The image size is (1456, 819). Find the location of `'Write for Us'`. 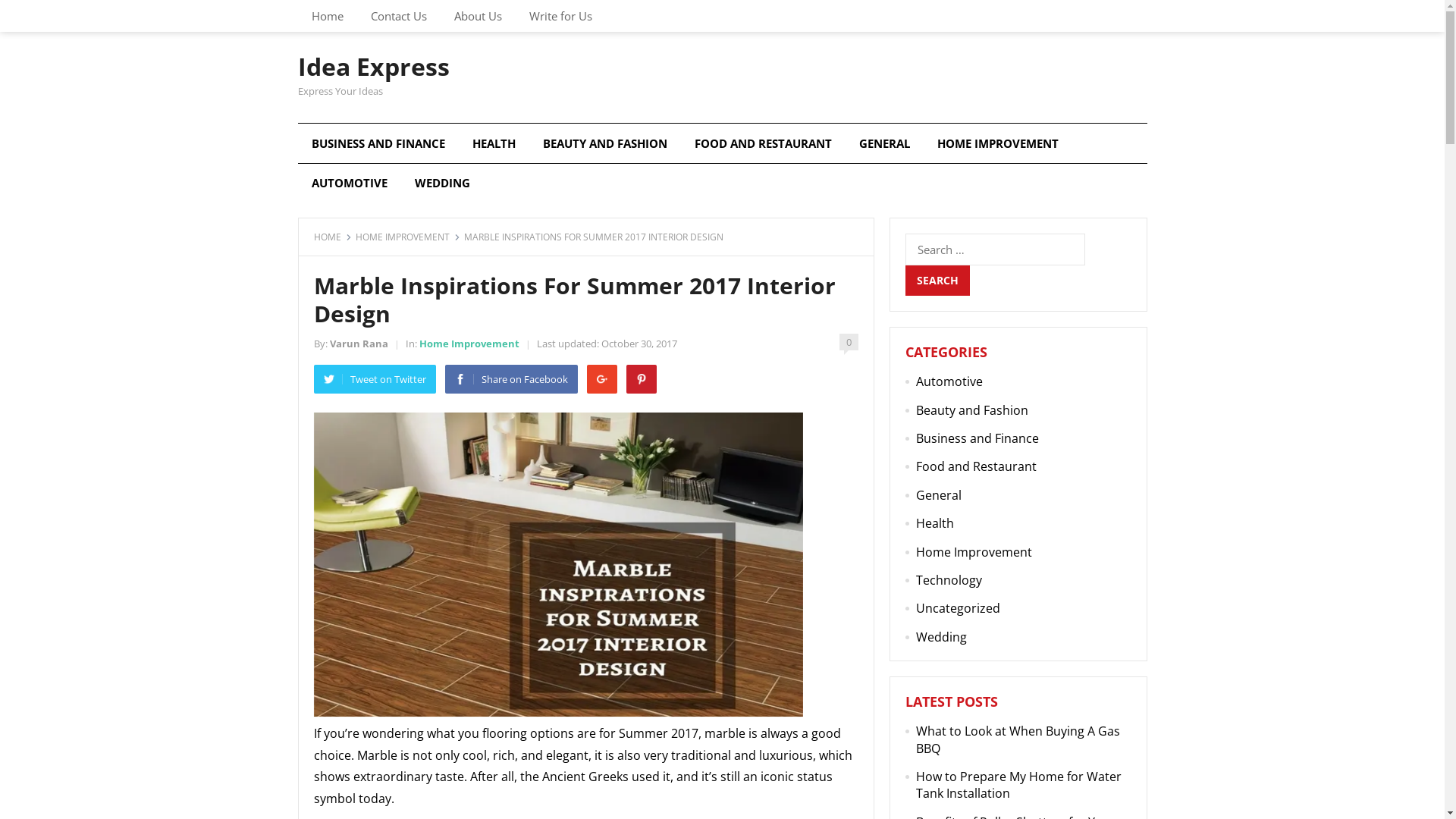

'Write for Us' is located at coordinates (560, 15).